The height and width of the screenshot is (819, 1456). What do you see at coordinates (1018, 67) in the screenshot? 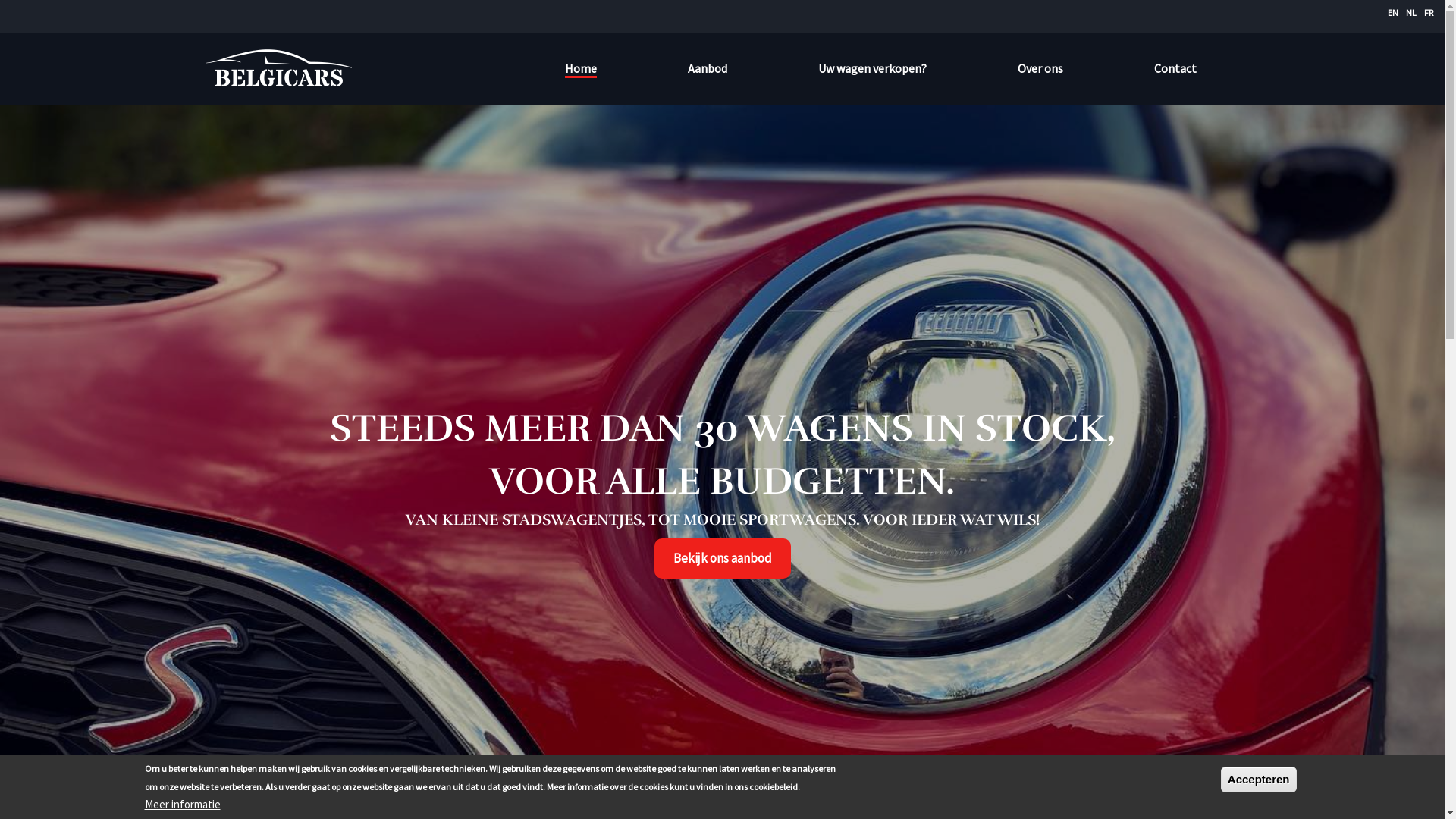
I see `'Over ons'` at bounding box center [1018, 67].